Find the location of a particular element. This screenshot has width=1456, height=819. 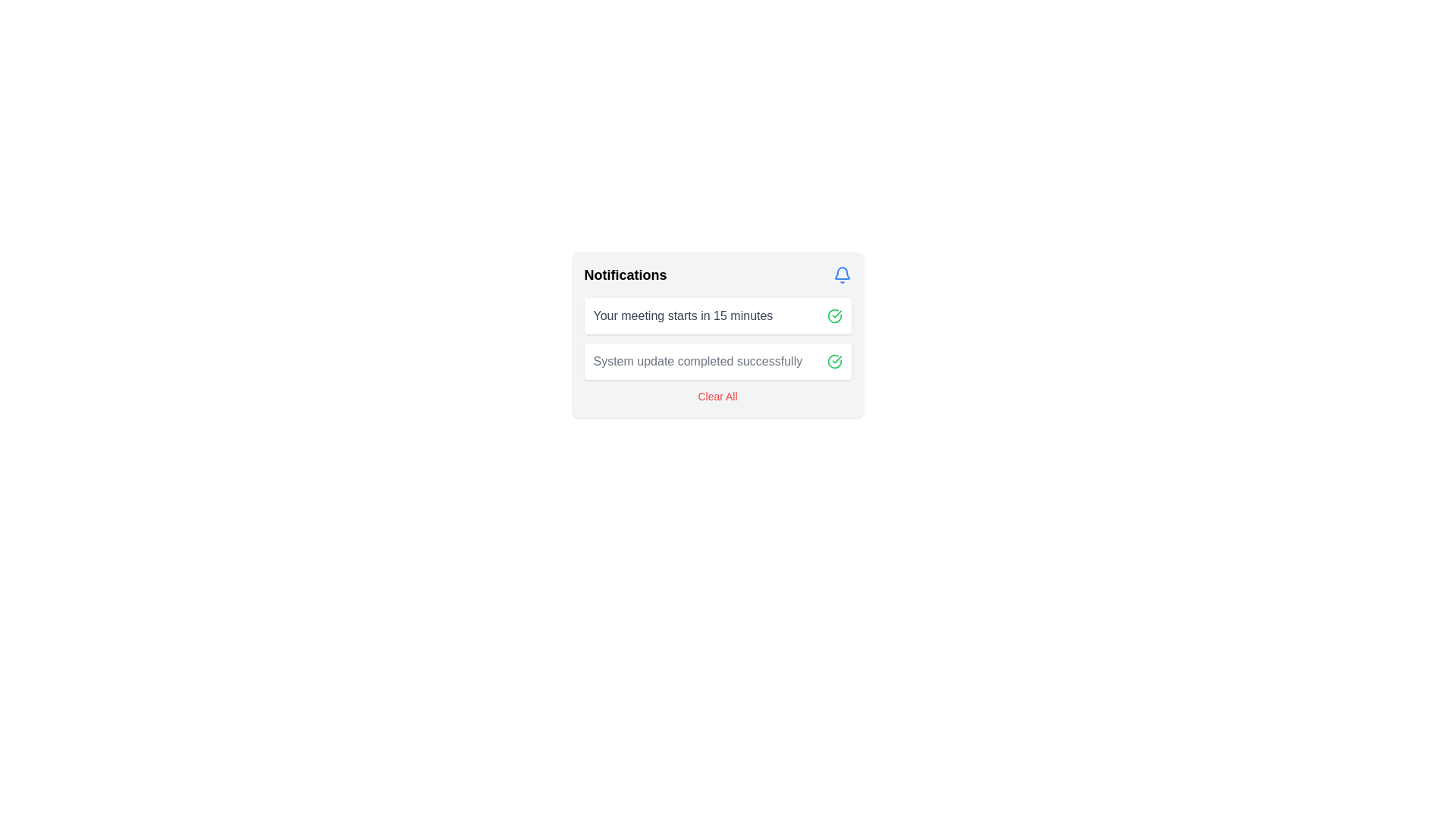

the static text element that displays 'Your meeting starts in 15 minutes', which is styled with medium font weight and gray color, located within a notification card is located at coordinates (682, 315).